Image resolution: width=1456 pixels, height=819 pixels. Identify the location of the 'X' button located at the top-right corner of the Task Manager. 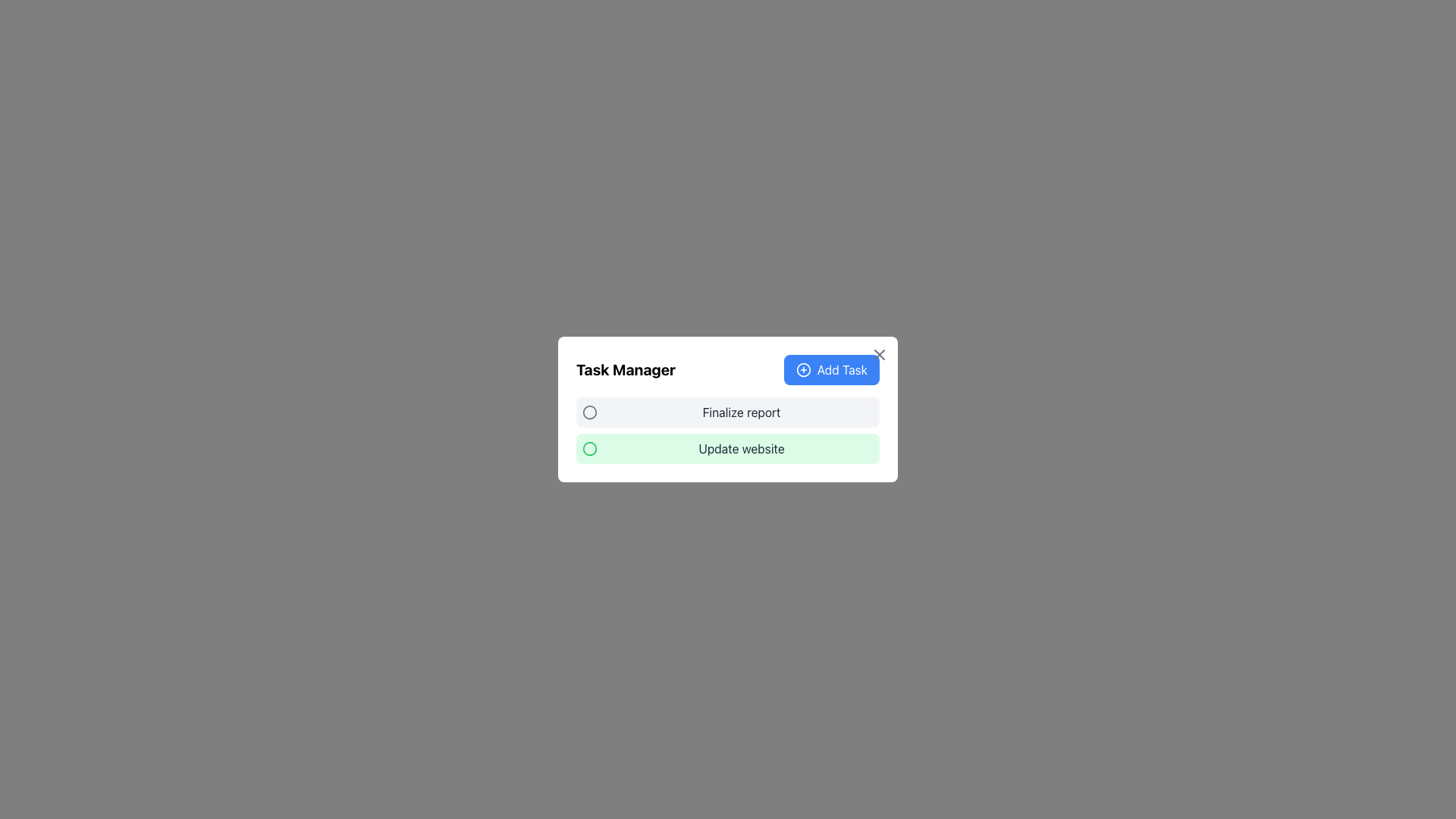
(880, 354).